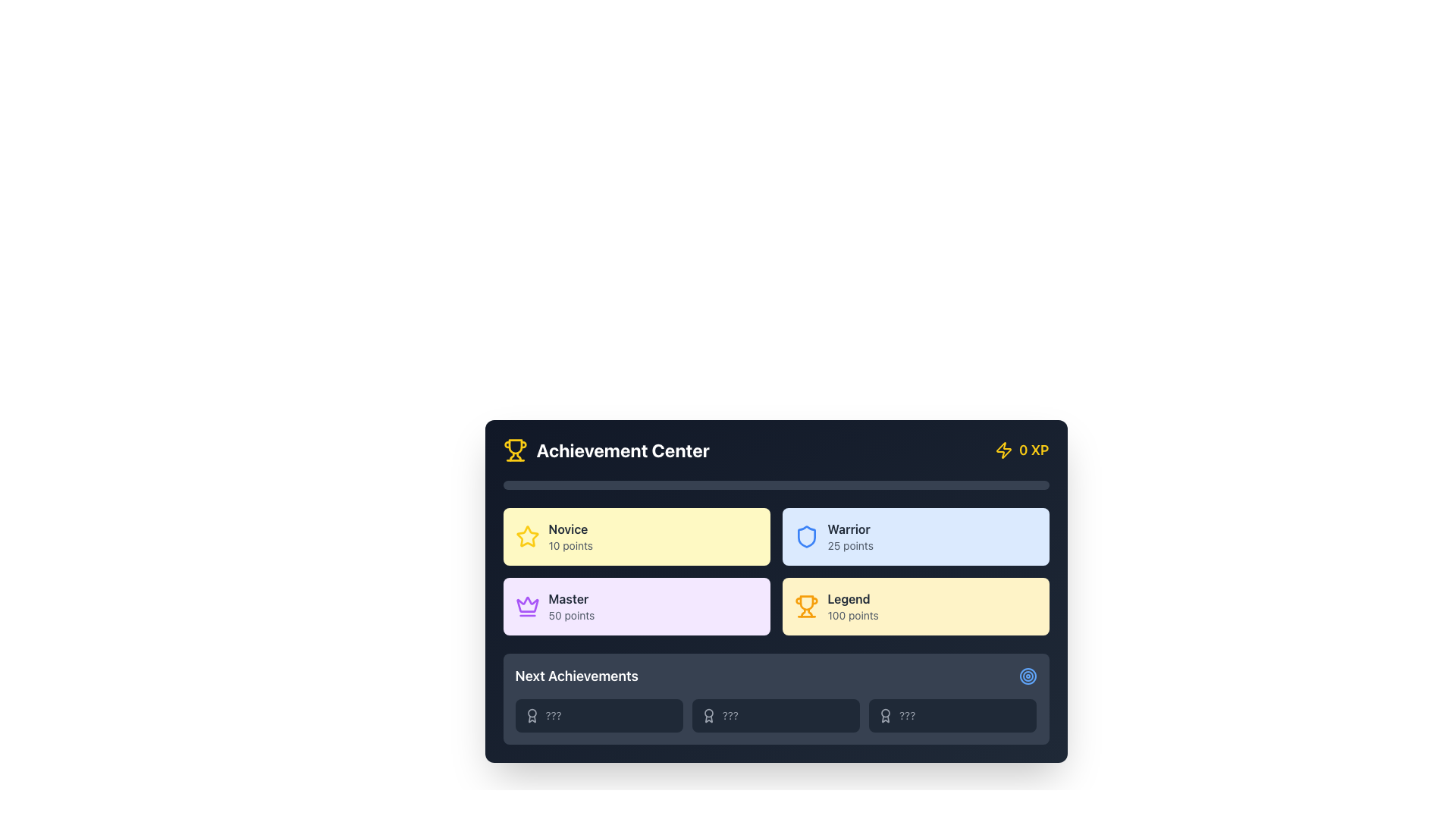 The image size is (1456, 819). I want to click on the decorative trophy icon located at the top left of the 'Achievement Center' title bar, which is styled with a modern, flat aesthetic and represents an award, so click(805, 602).